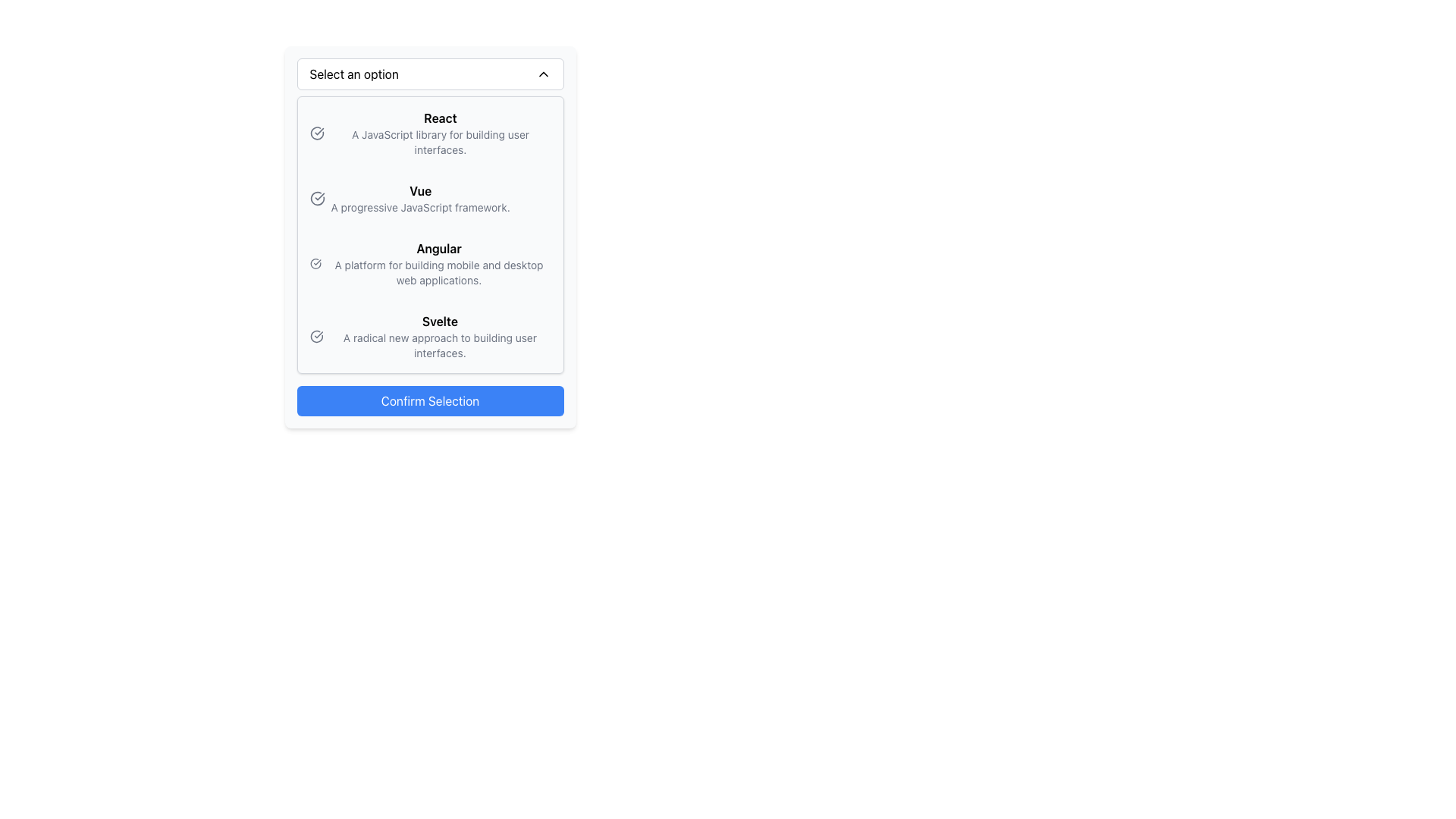 The width and height of the screenshot is (1456, 819). I want to click on the third selectable option in the list representing Angular, so click(429, 262).